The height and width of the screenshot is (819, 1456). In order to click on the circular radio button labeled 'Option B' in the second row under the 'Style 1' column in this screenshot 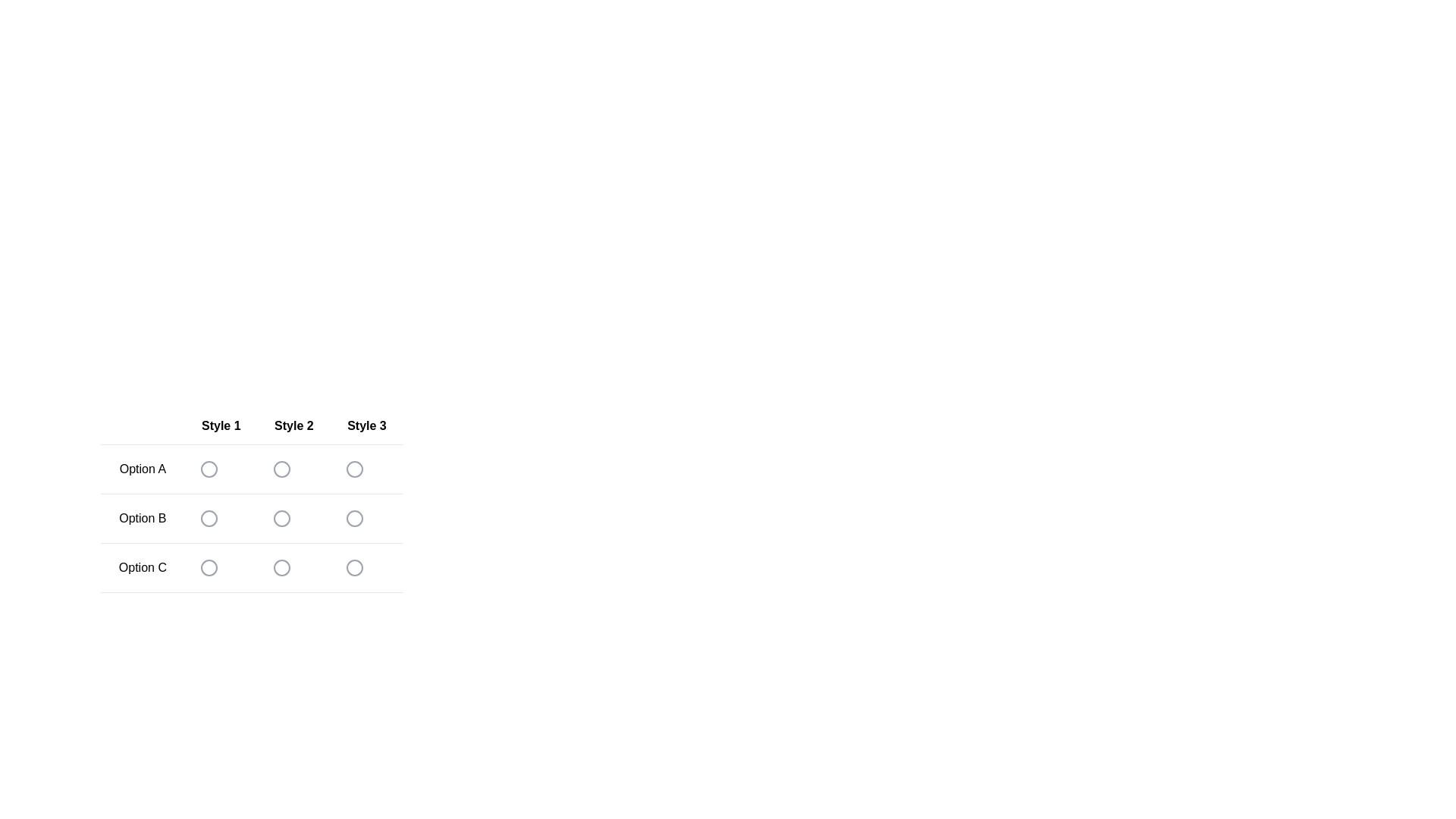, I will do `click(208, 517)`.